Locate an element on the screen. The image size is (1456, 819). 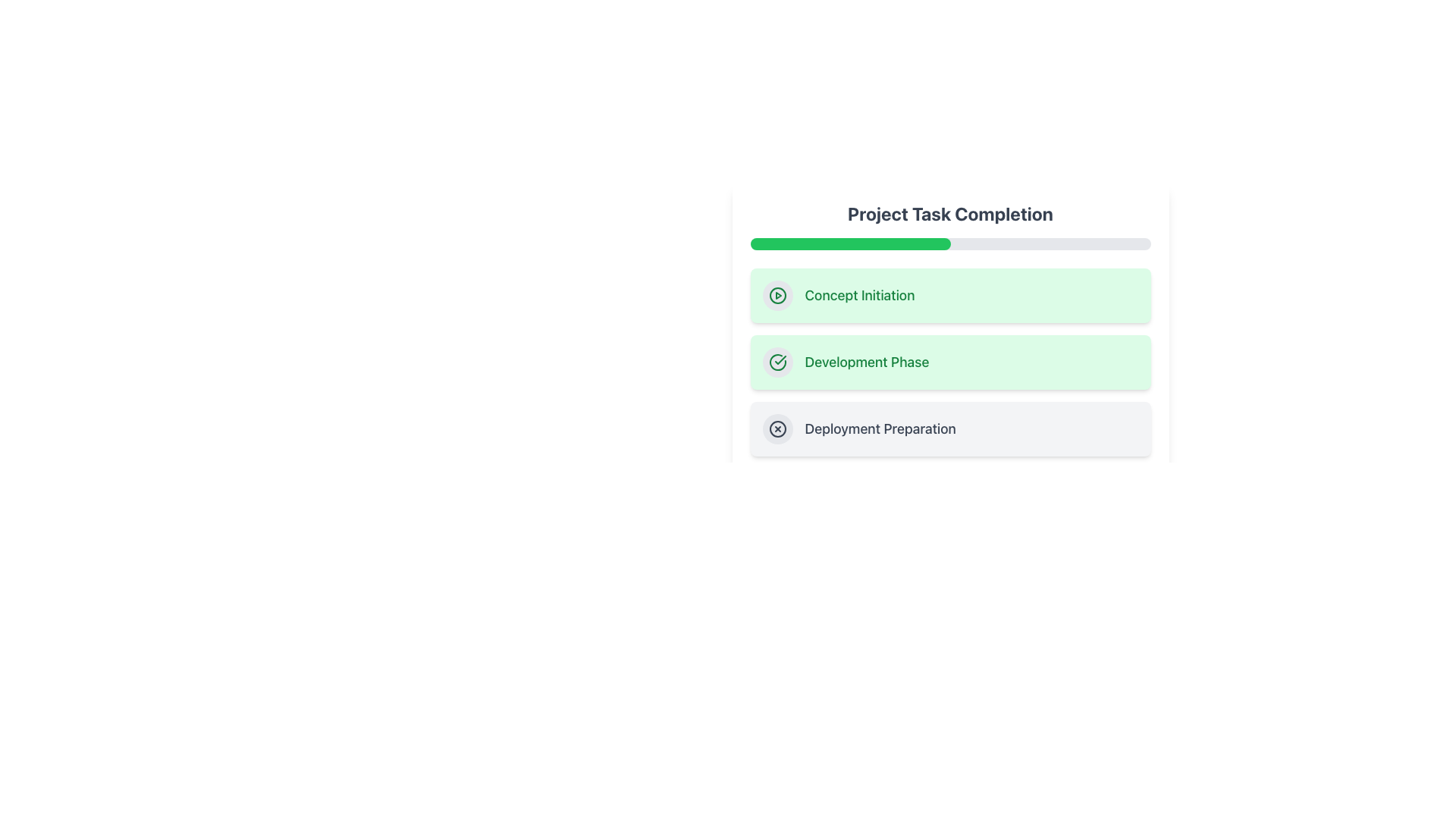
the 'Development Phase' step indicator in the 'Project Task Completion' tracker, which is the second item in the vertical list of task indicators is located at coordinates (949, 362).